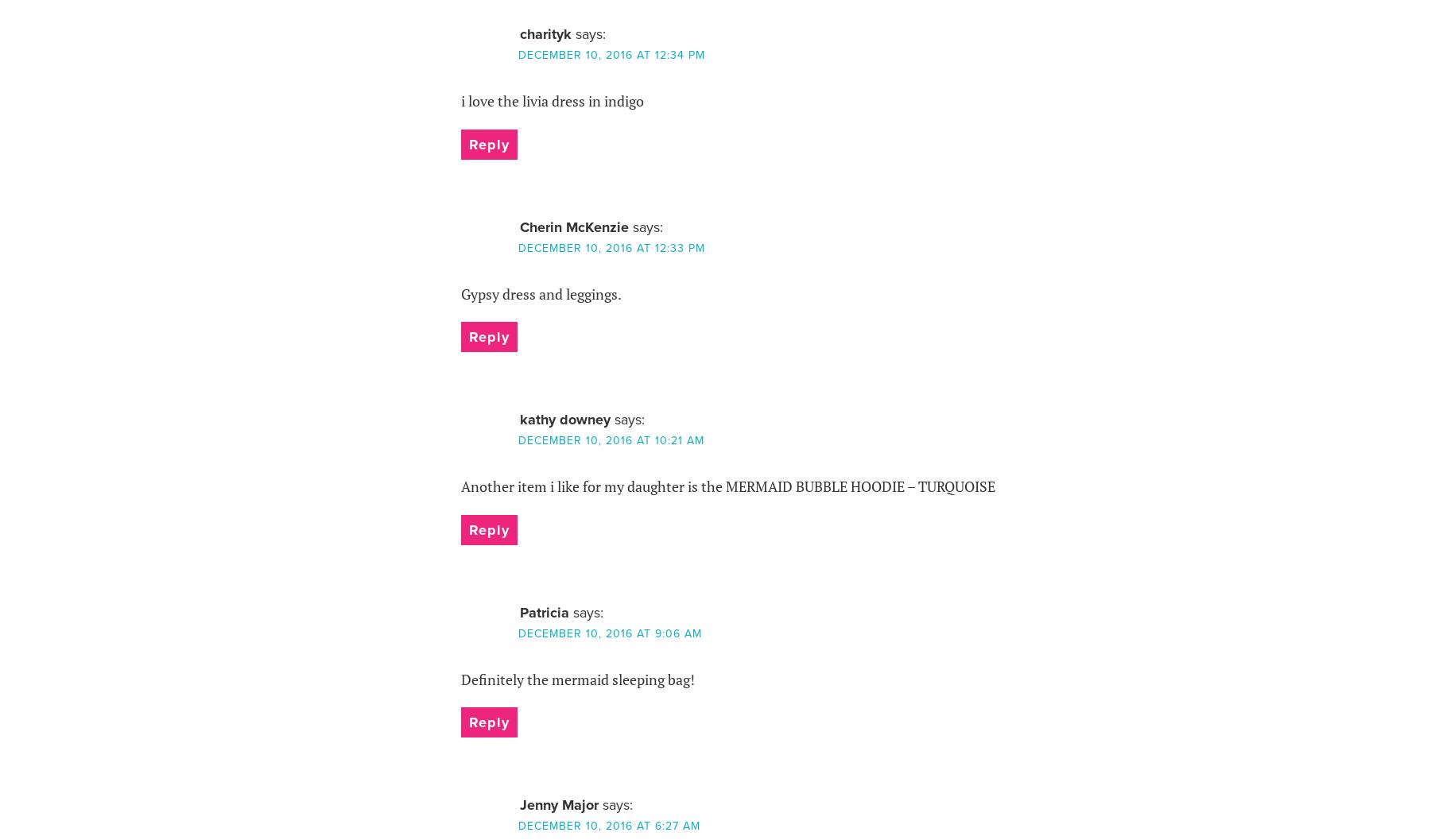 This screenshot has height=840, width=1431. What do you see at coordinates (610, 439) in the screenshot?
I see `'December 10, 2016 at 10:21 am'` at bounding box center [610, 439].